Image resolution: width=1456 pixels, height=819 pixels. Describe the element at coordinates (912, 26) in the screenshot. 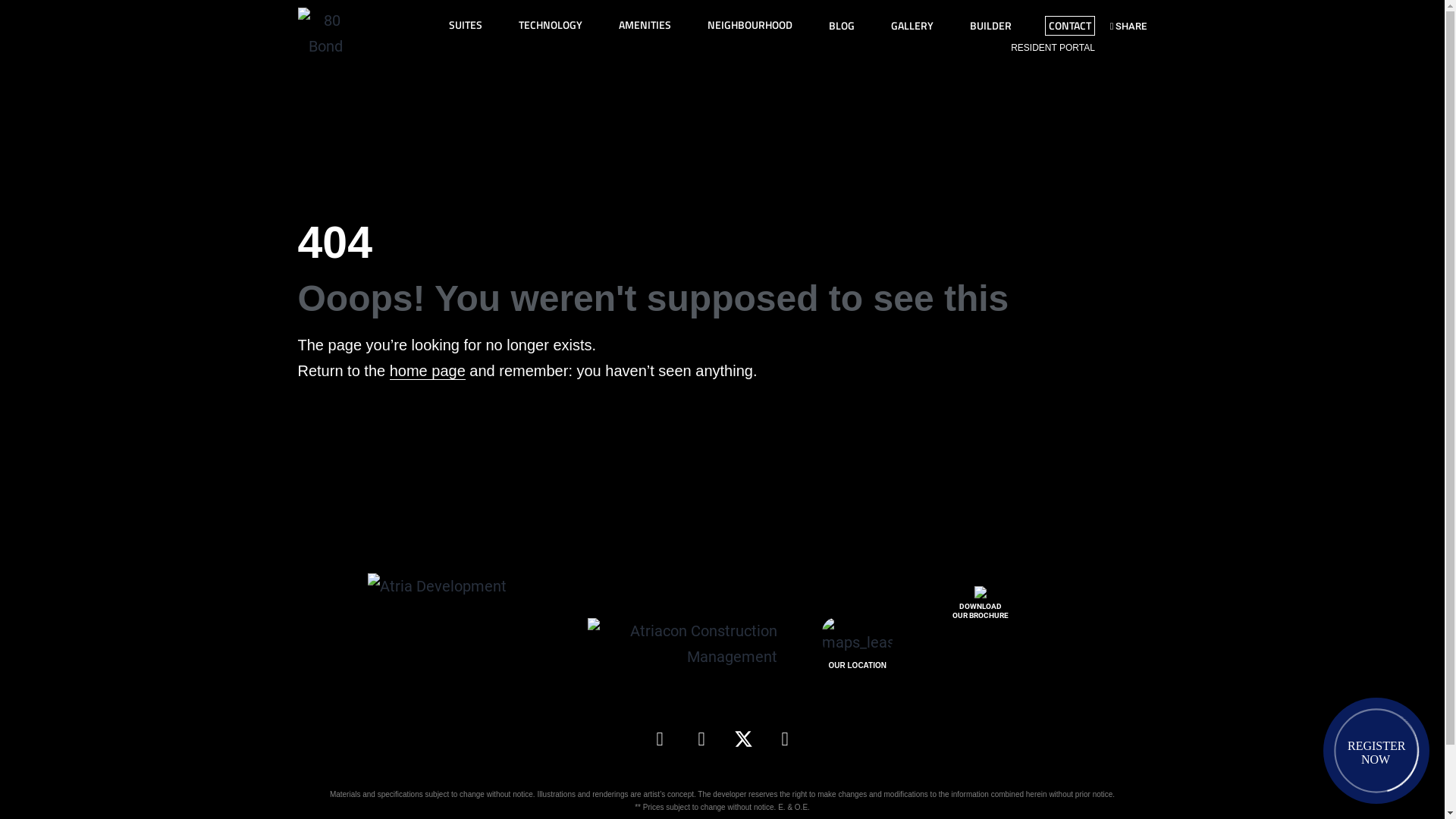

I see `'GALLERY'` at that location.